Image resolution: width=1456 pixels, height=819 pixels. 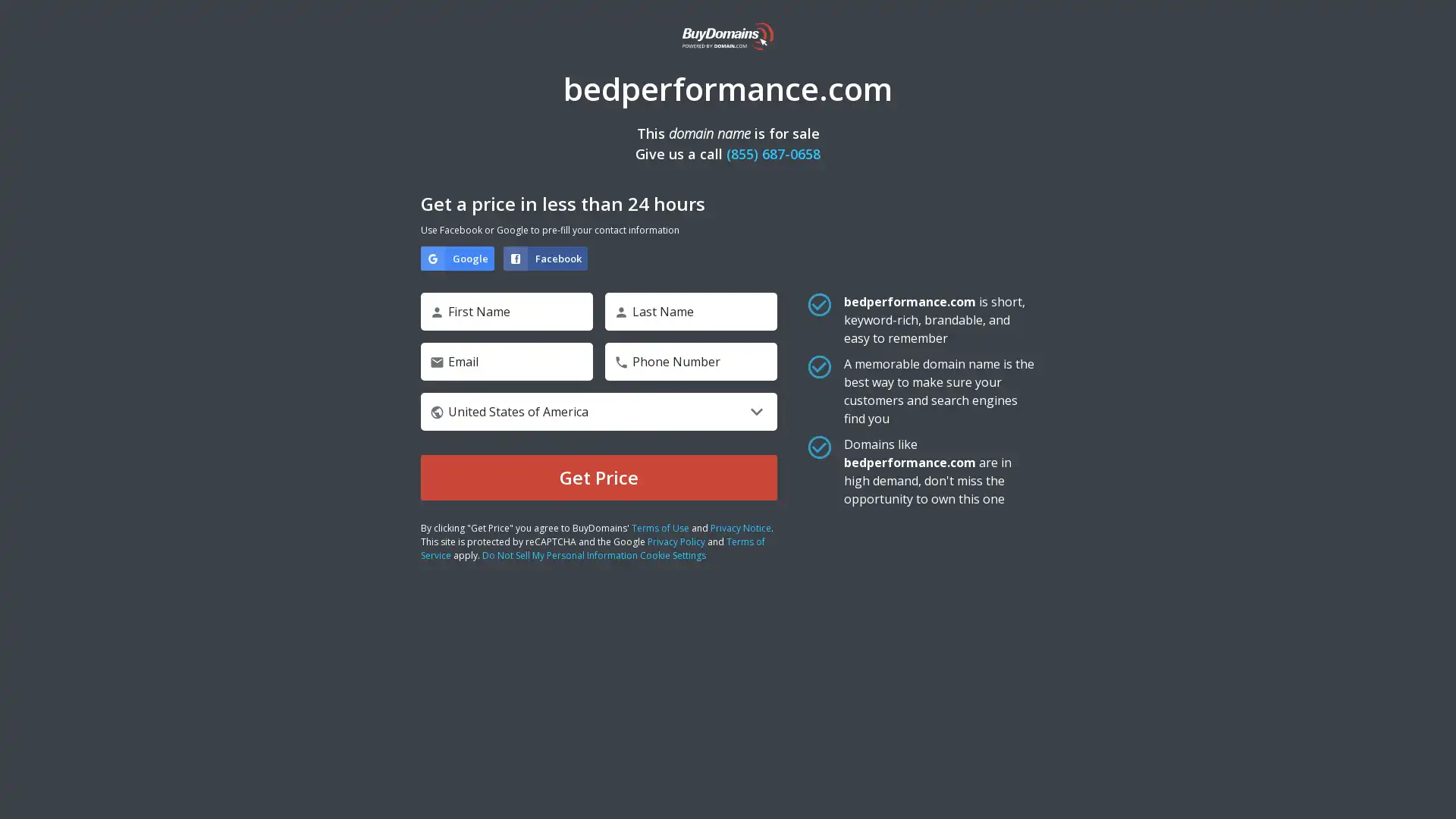 I want to click on Google, so click(x=457, y=257).